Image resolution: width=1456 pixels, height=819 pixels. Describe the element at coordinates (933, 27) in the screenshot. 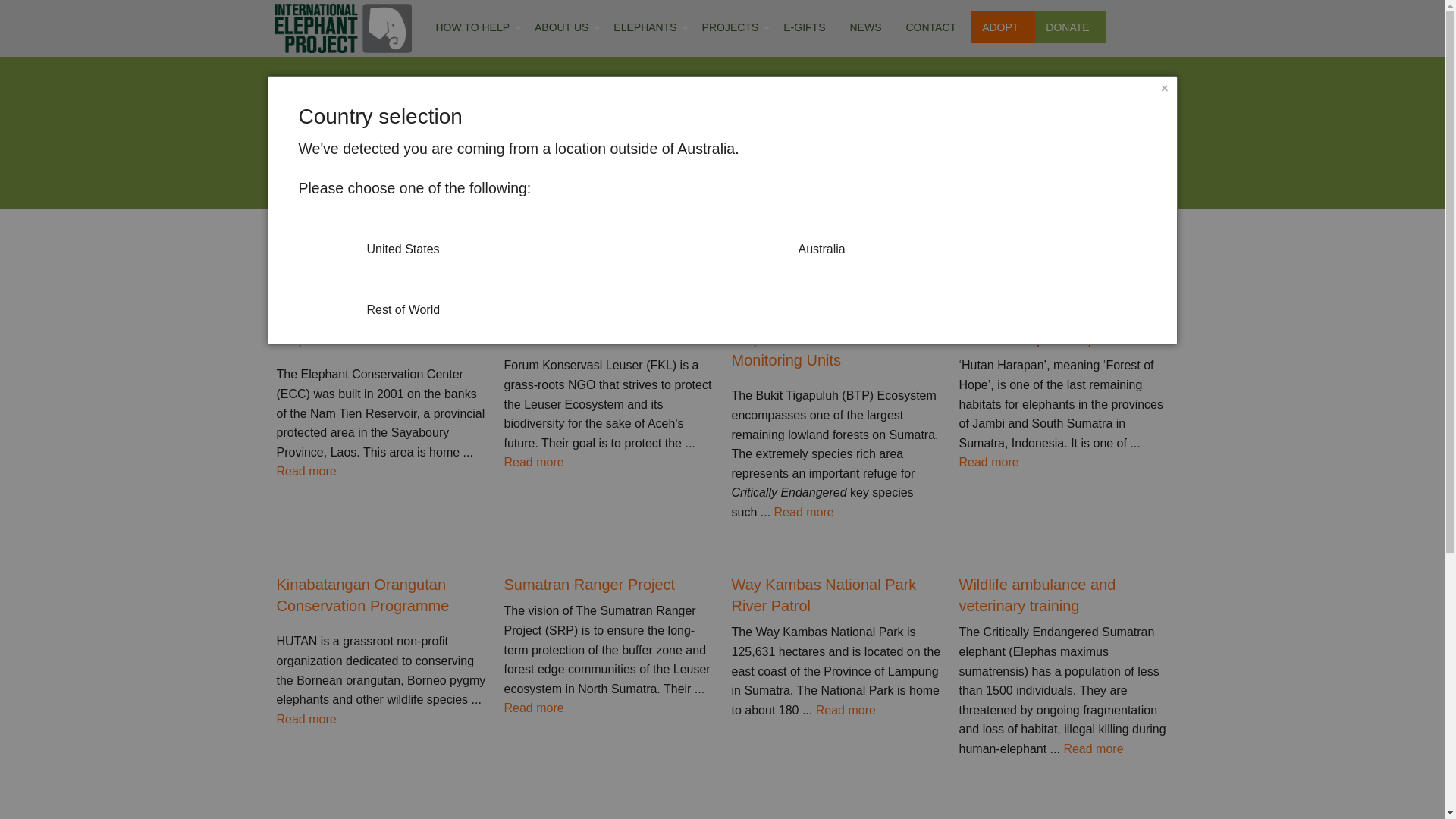

I see `'CONTACT'` at that location.